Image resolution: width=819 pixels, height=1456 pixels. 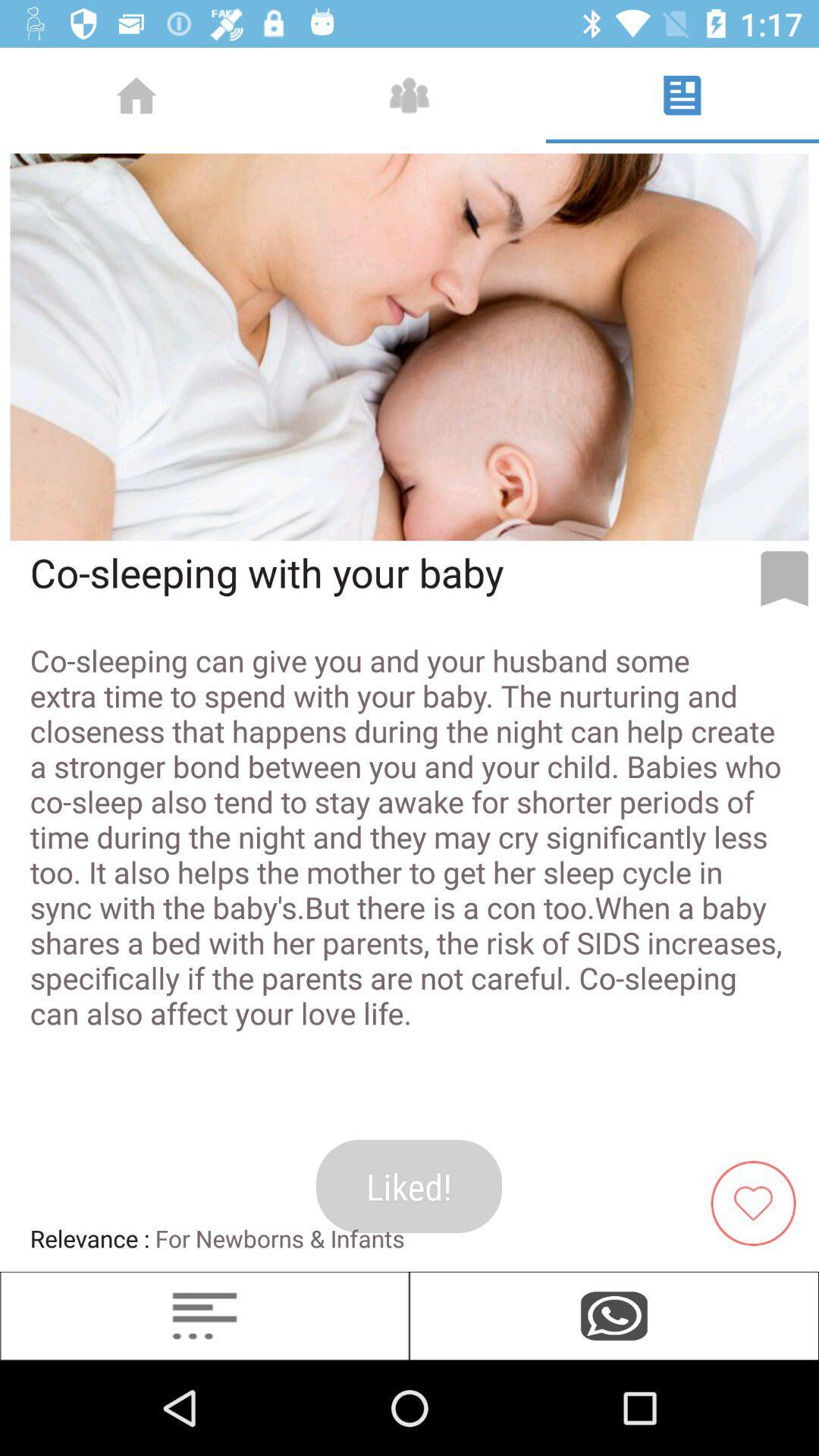 What do you see at coordinates (759, 1201) in the screenshot?
I see `tag item as liked` at bounding box center [759, 1201].